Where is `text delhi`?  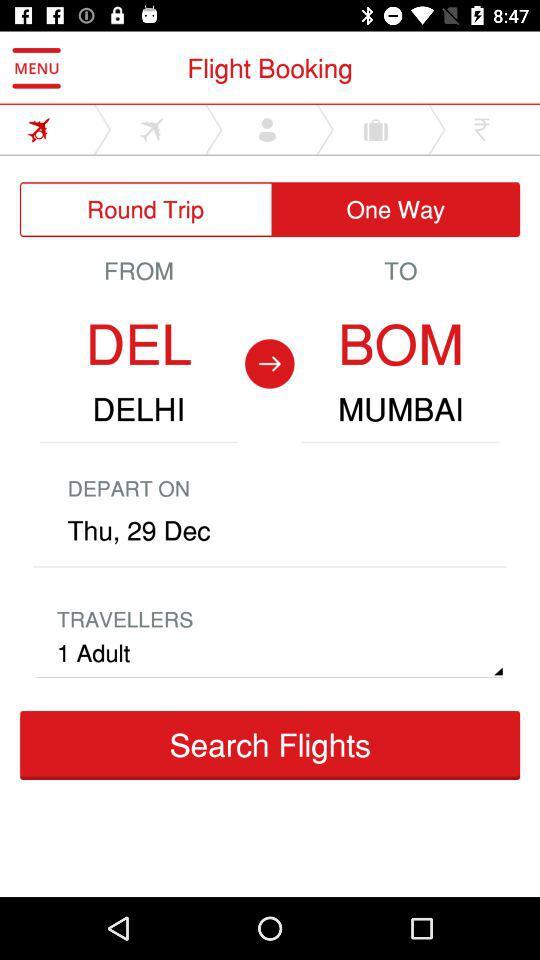
text delhi is located at coordinates (137, 409).